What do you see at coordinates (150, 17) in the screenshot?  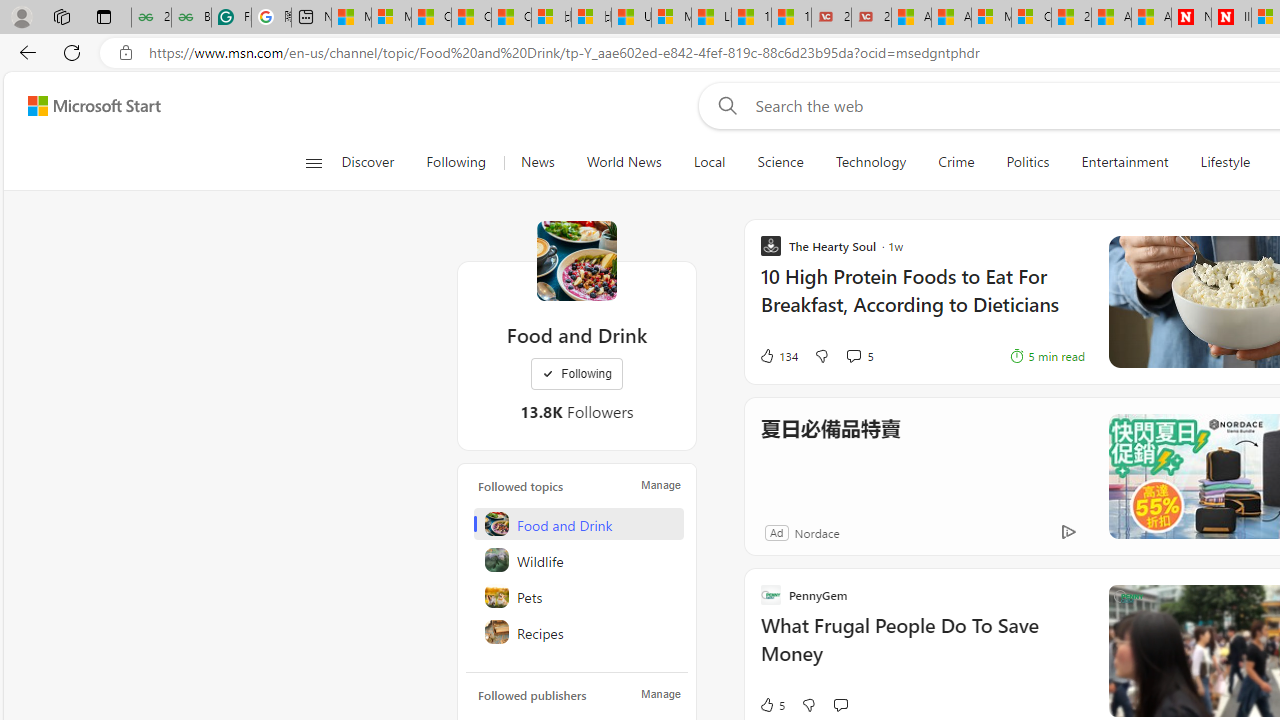 I see `'25 Basic Linux Commands For Beginners - GeeksforGeeks'` at bounding box center [150, 17].